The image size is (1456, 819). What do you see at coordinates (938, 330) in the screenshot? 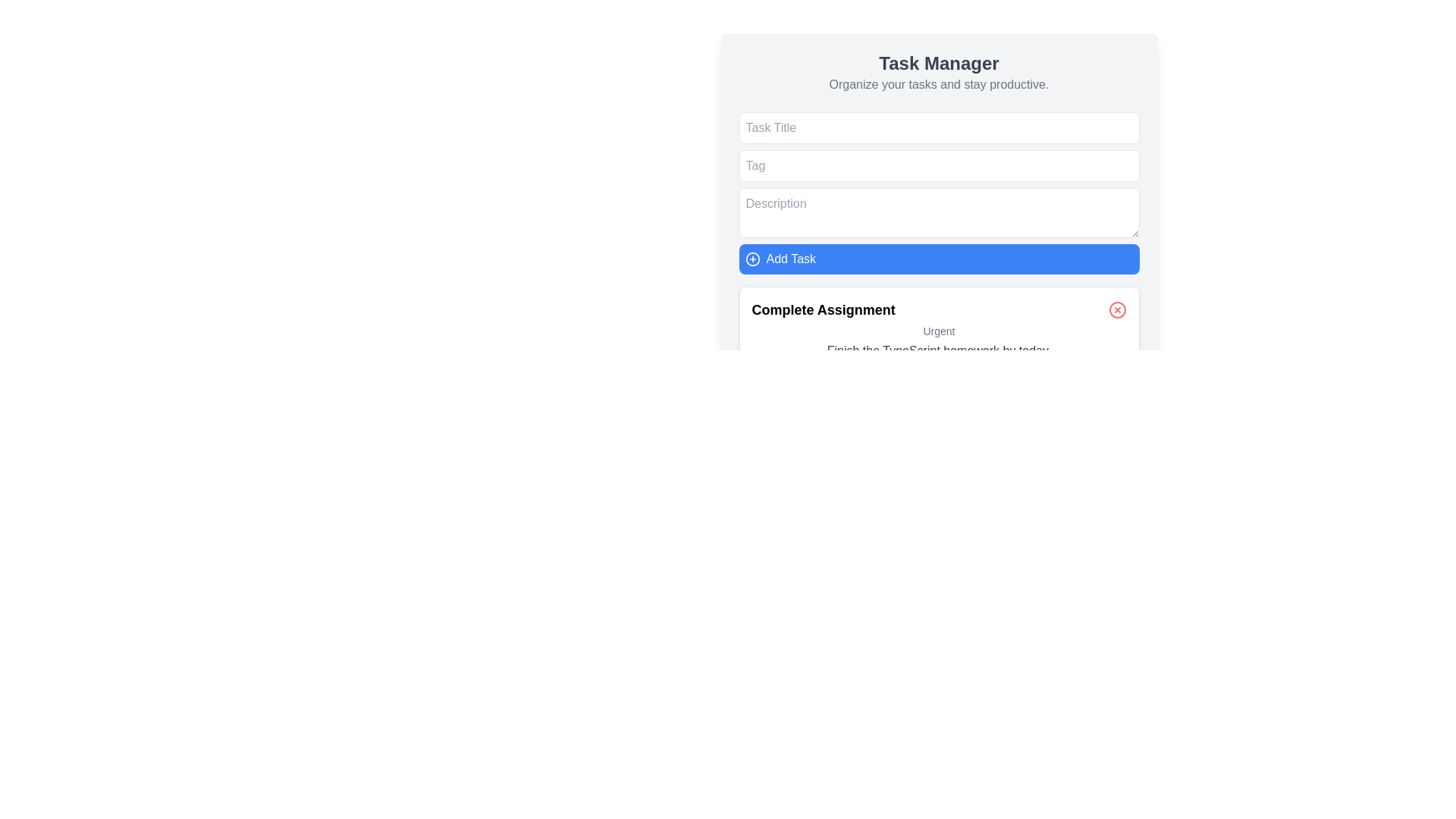
I see `the 'Urgent' text label, which is styled with a small gray font, located within the task card below the title 'Complete Assignment'` at bounding box center [938, 330].